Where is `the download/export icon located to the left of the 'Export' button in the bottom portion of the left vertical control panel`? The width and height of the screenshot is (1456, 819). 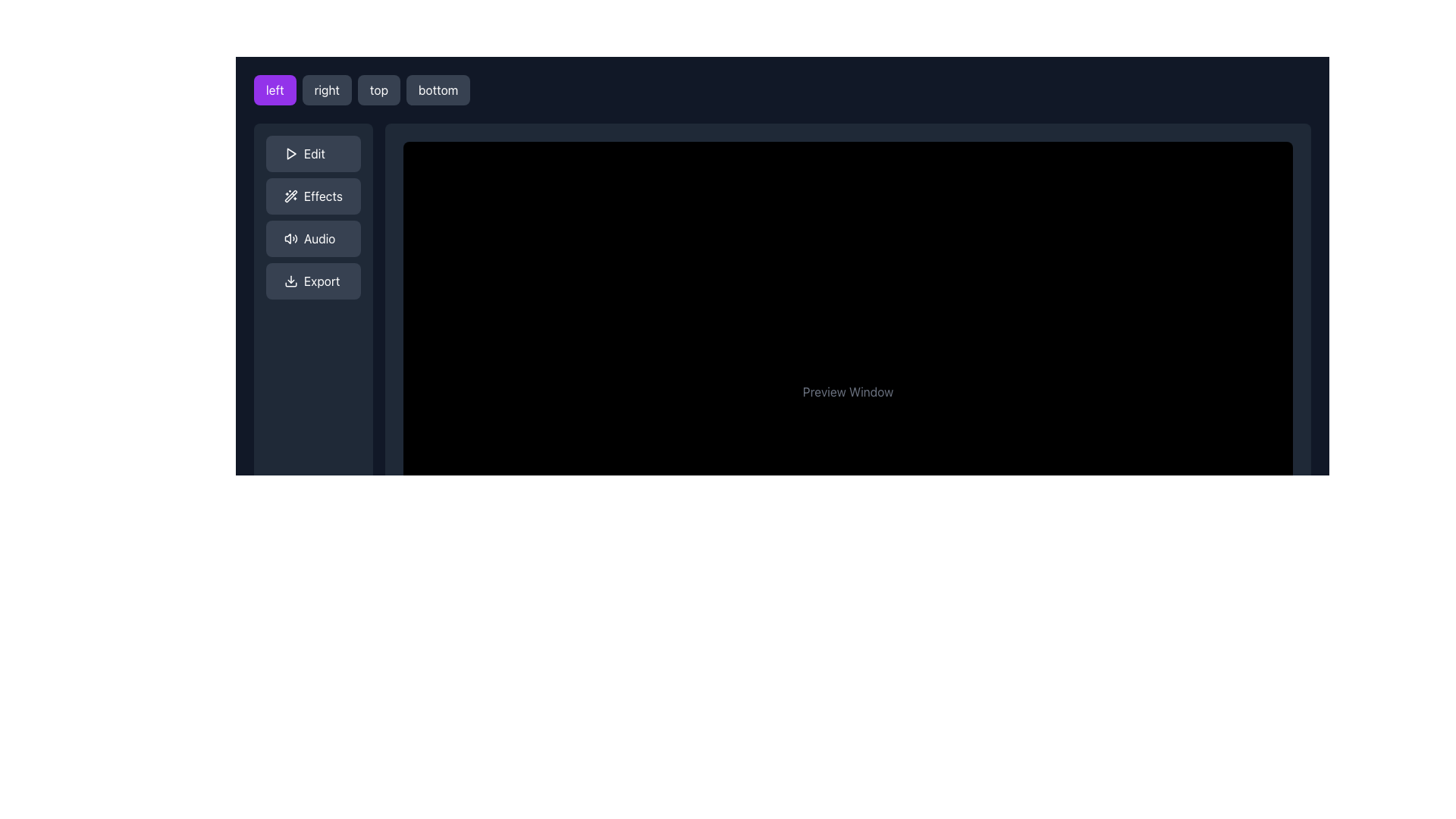
the download/export icon located to the left of the 'Export' button in the bottom portion of the left vertical control panel is located at coordinates (291, 281).